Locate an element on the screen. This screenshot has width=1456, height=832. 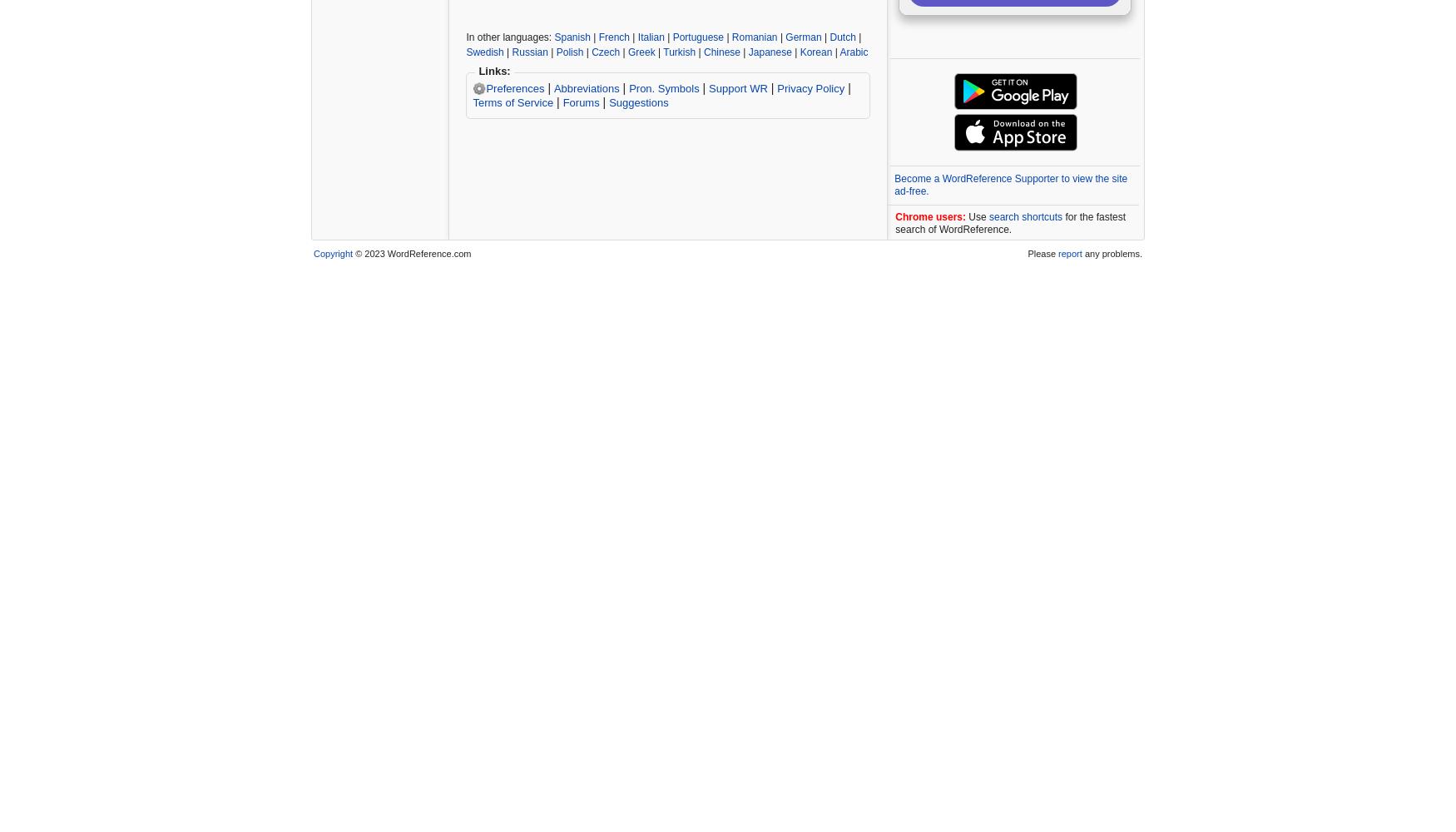
'Korean' is located at coordinates (799, 52).